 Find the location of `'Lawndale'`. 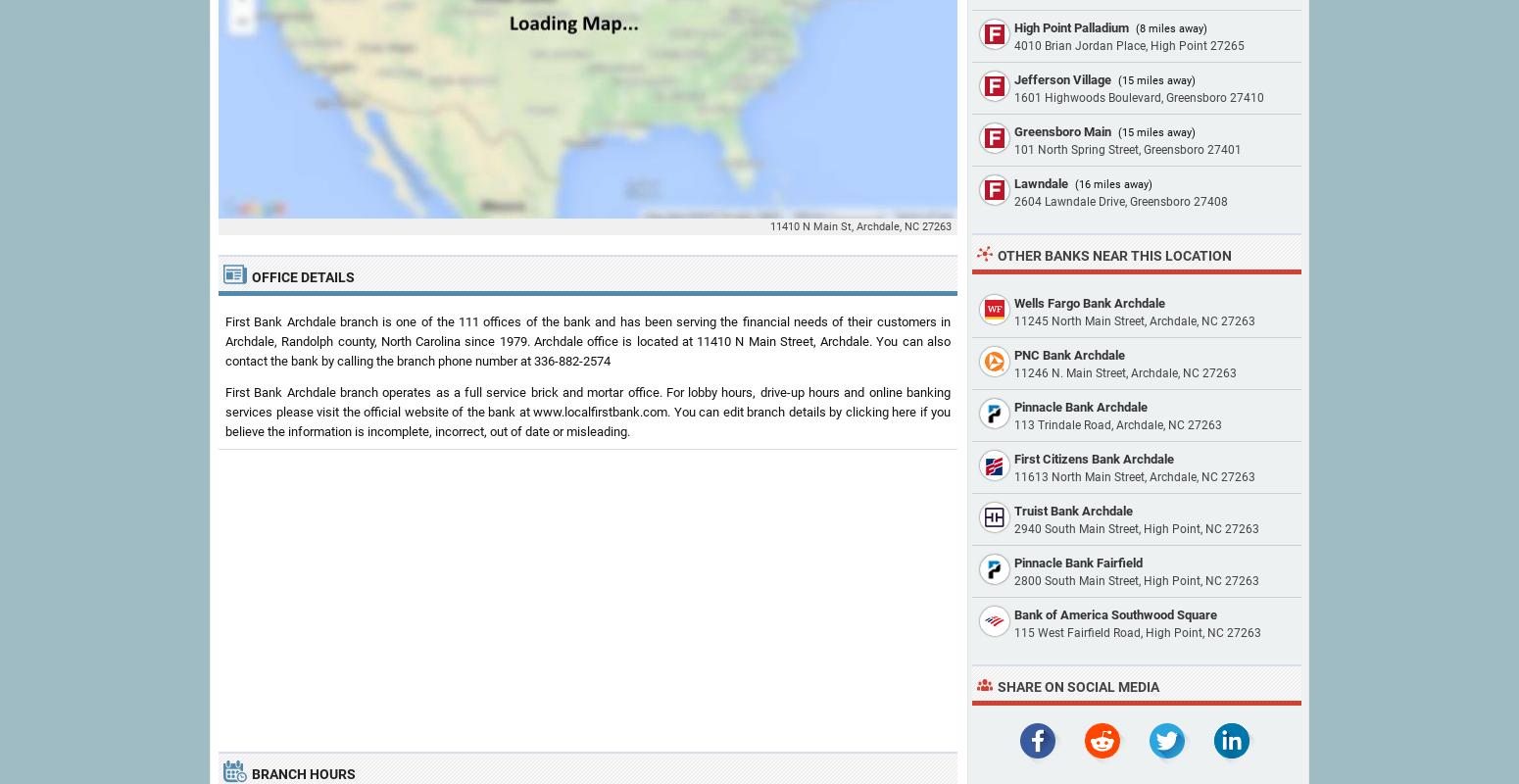

'Lawndale' is located at coordinates (1041, 182).